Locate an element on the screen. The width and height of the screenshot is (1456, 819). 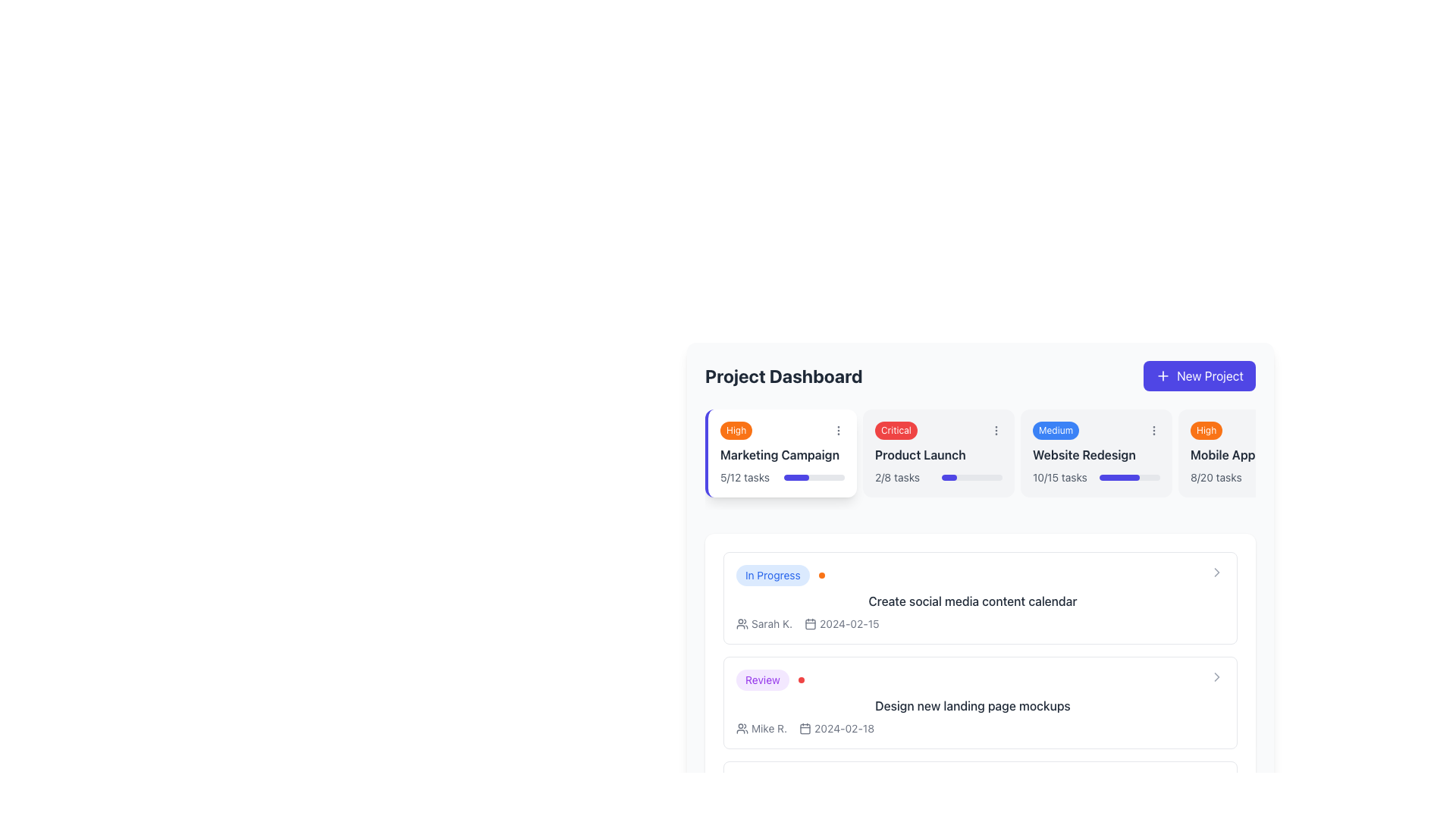
text content of the Text Label displaying 'Website Redesign', which is centrally located in the third project card on the dashboard interface is located at coordinates (1096, 454).